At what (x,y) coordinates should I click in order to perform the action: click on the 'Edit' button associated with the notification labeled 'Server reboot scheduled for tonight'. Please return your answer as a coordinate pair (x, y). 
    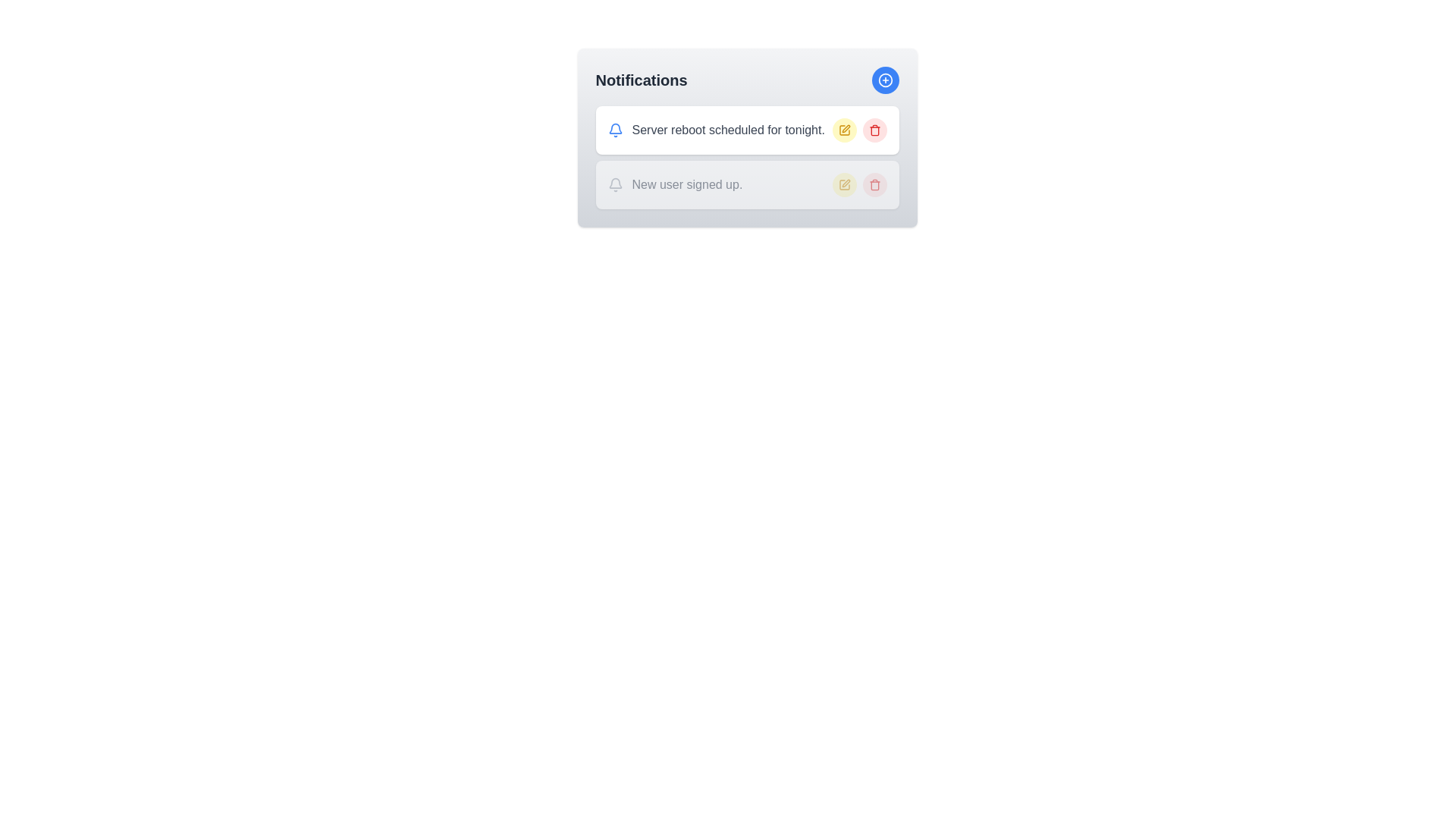
    Looking at the image, I should click on (843, 130).